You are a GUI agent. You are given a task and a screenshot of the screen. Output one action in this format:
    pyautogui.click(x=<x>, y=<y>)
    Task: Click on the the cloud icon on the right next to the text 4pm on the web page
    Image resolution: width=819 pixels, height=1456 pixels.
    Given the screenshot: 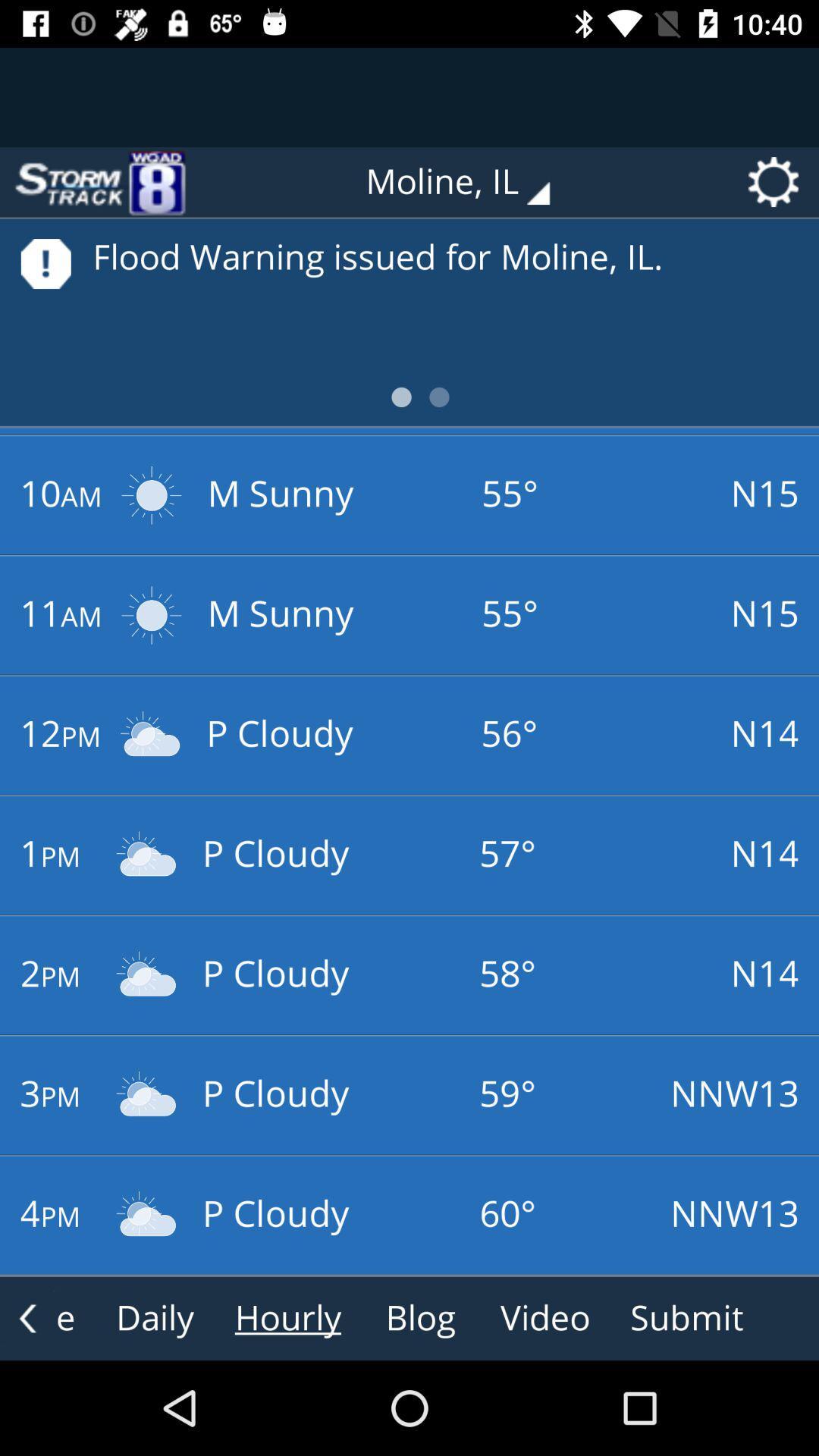 What is the action you would take?
    pyautogui.click(x=146, y=1215)
    